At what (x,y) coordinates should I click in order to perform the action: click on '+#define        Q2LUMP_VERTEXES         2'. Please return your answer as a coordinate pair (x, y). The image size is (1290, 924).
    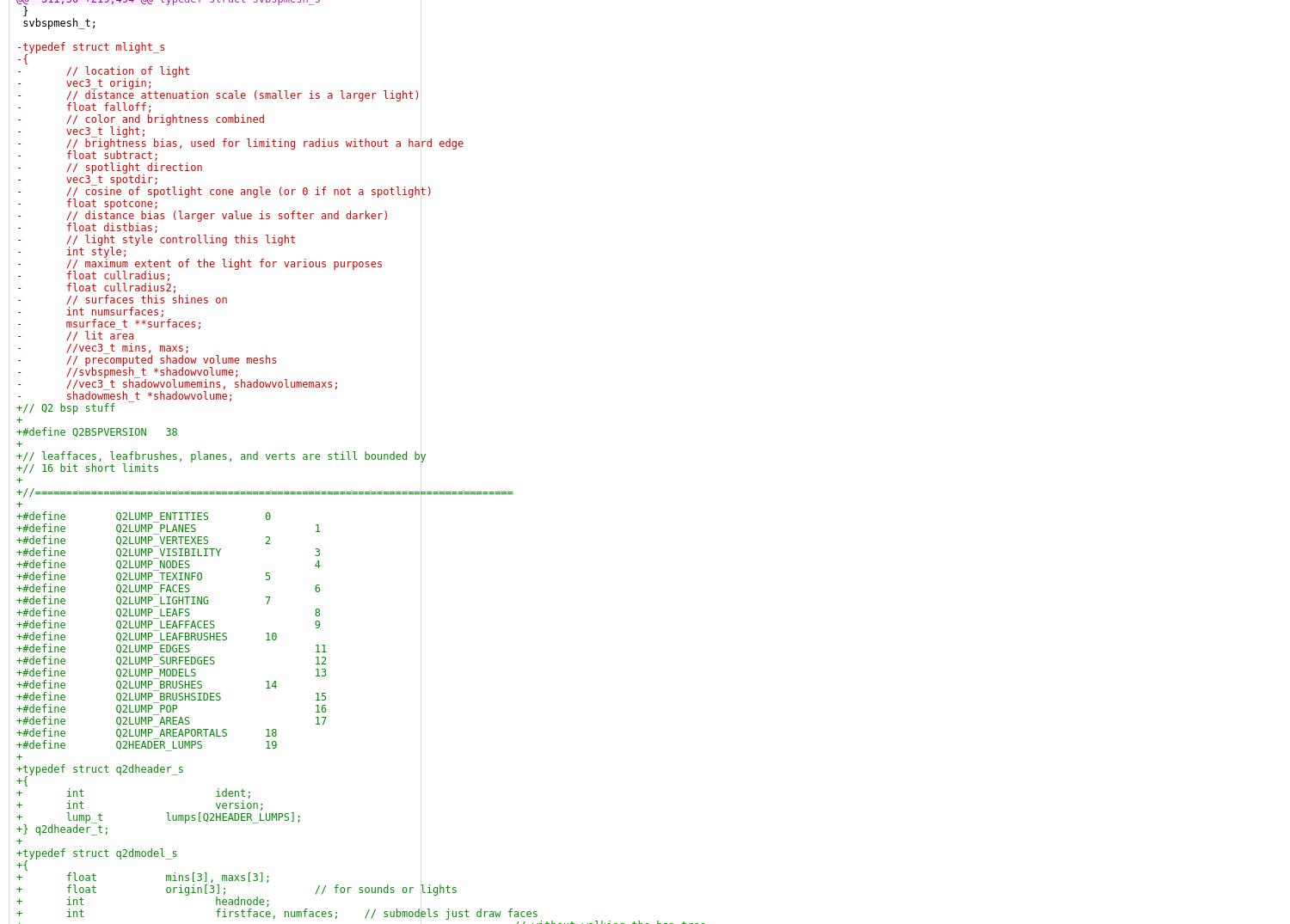
    Looking at the image, I should click on (143, 539).